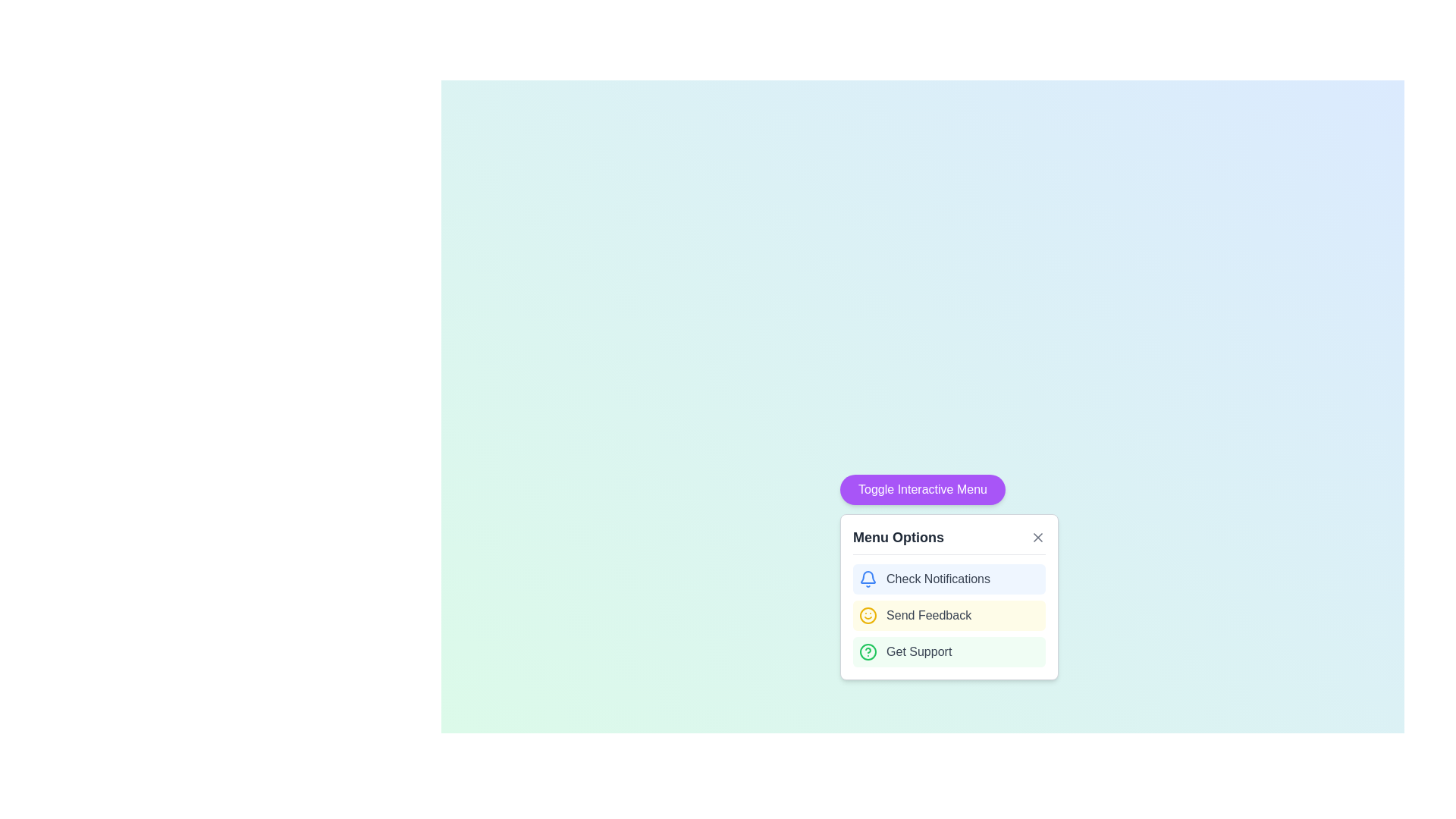 The width and height of the screenshot is (1456, 819). I want to click on the Decorative icon (smiling face emoji) located in the second row of the menu options, which is the leftmost graphical component of the 'Send Feedback' option, so click(868, 616).